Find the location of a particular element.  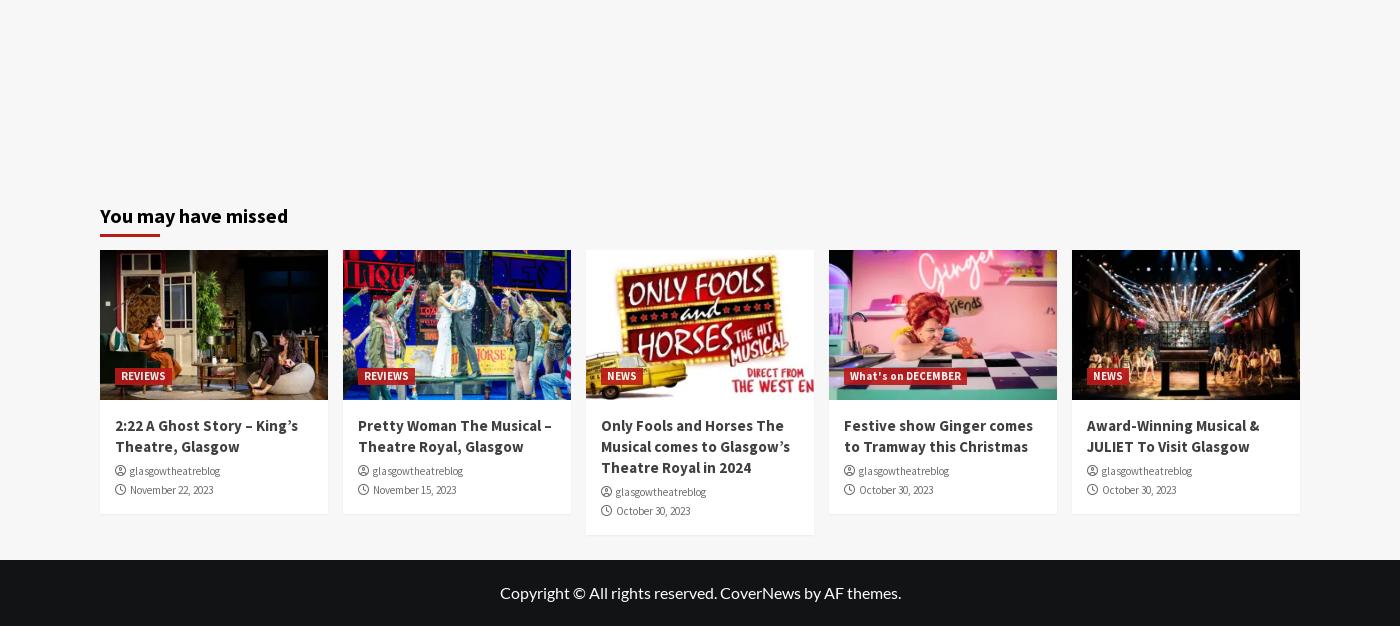

'Only Fools and Horses The Musical comes to Glasgow’s Theatre Royal in 2024' is located at coordinates (601, 445).